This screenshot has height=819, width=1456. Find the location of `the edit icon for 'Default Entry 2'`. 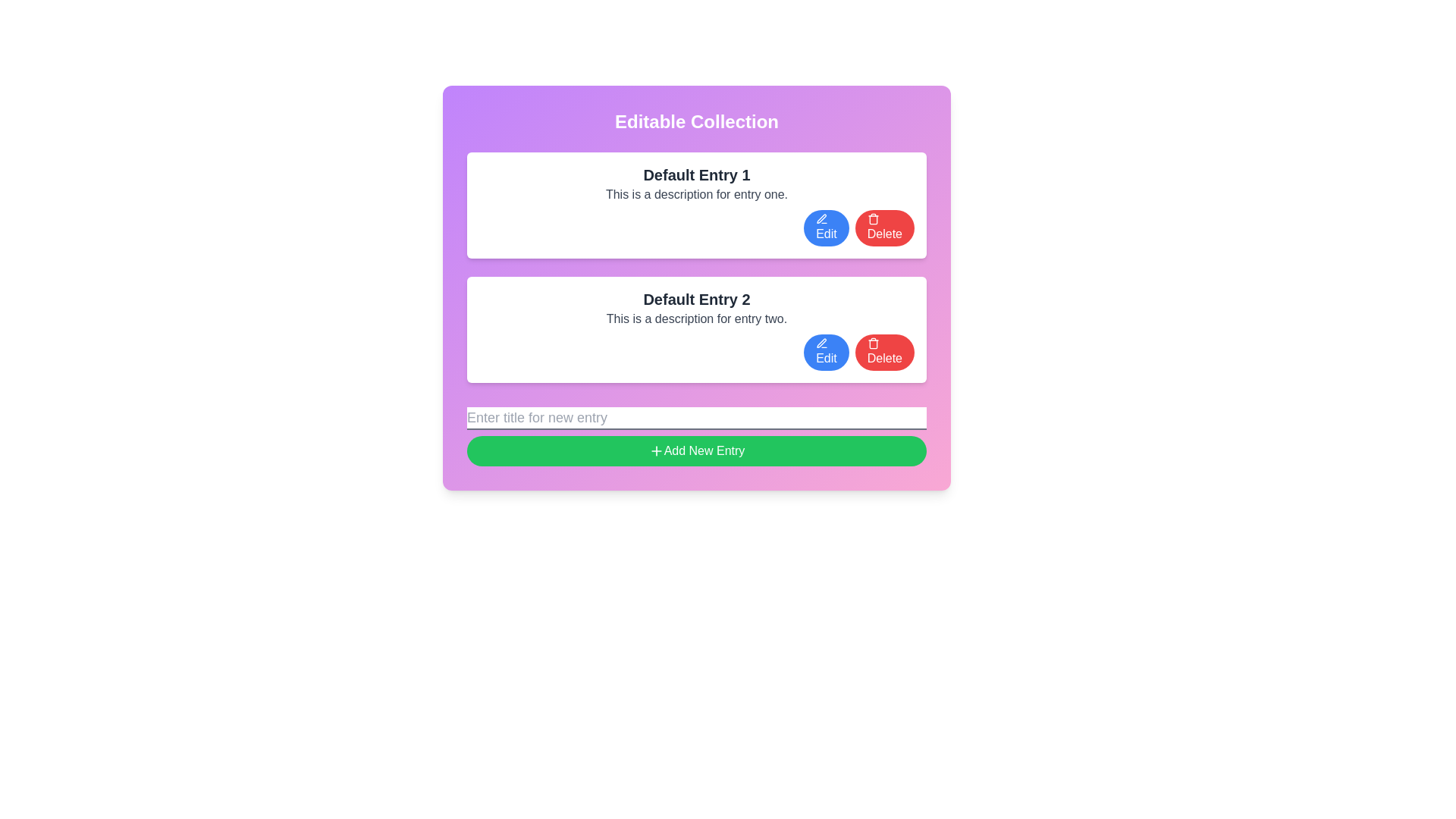

the edit icon for 'Default Entry 2' is located at coordinates (821, 343).